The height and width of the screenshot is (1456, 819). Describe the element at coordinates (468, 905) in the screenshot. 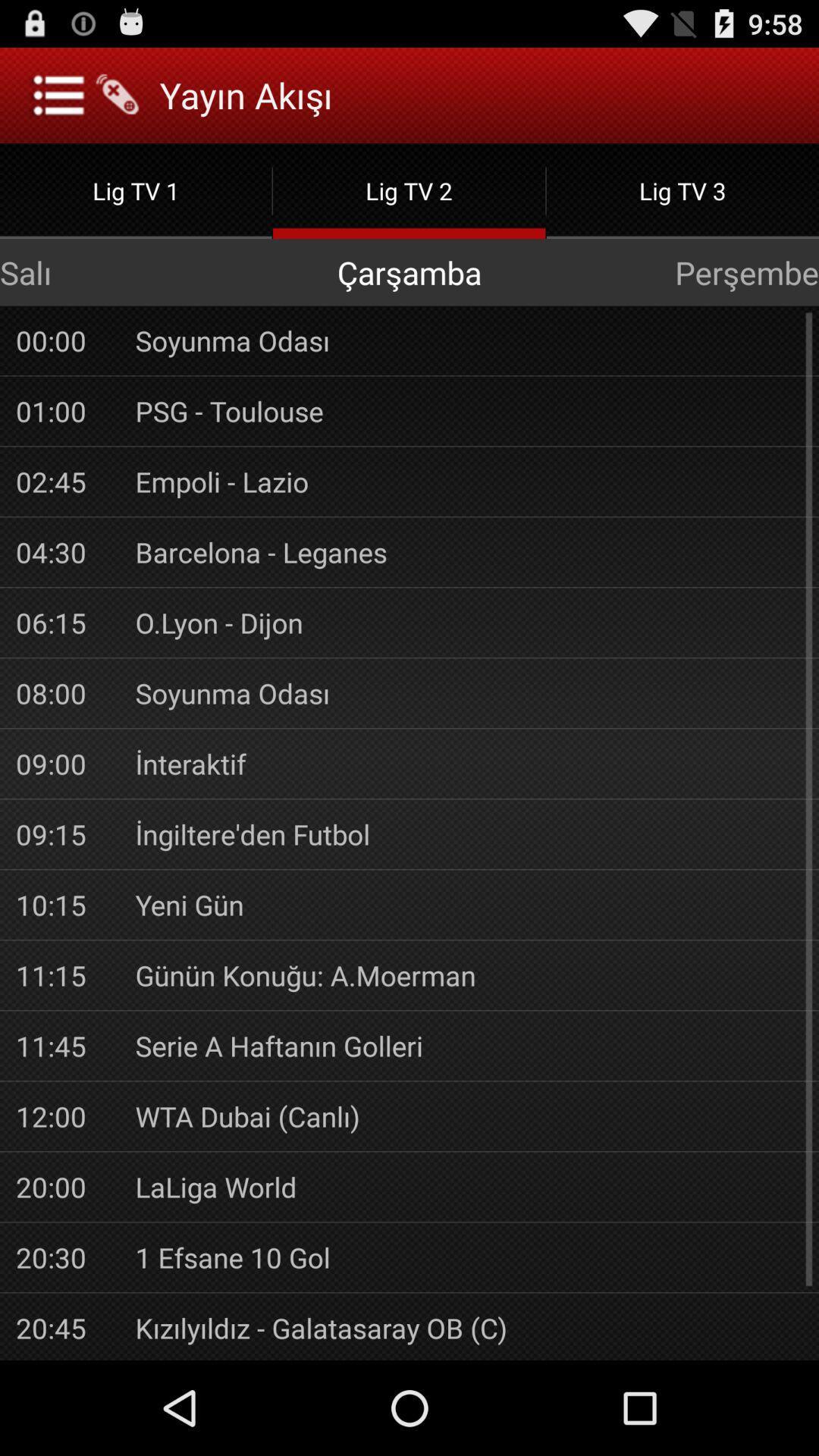

I see `the app to the right of 10:15 item` at that location.